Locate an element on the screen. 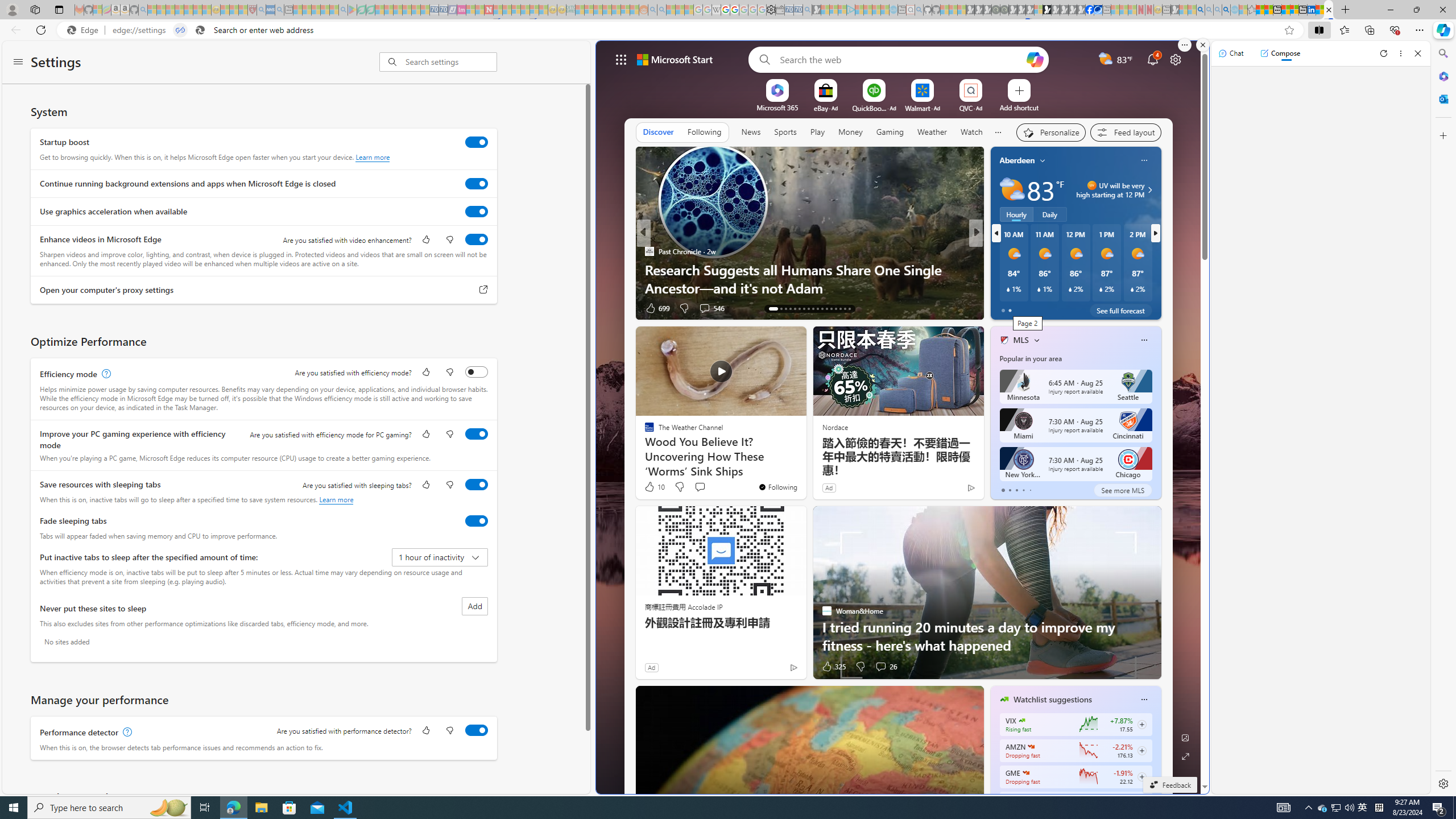 The image size is (1456, 819). 'MSN - Sleeping' is located at coordinates (1174, 9).